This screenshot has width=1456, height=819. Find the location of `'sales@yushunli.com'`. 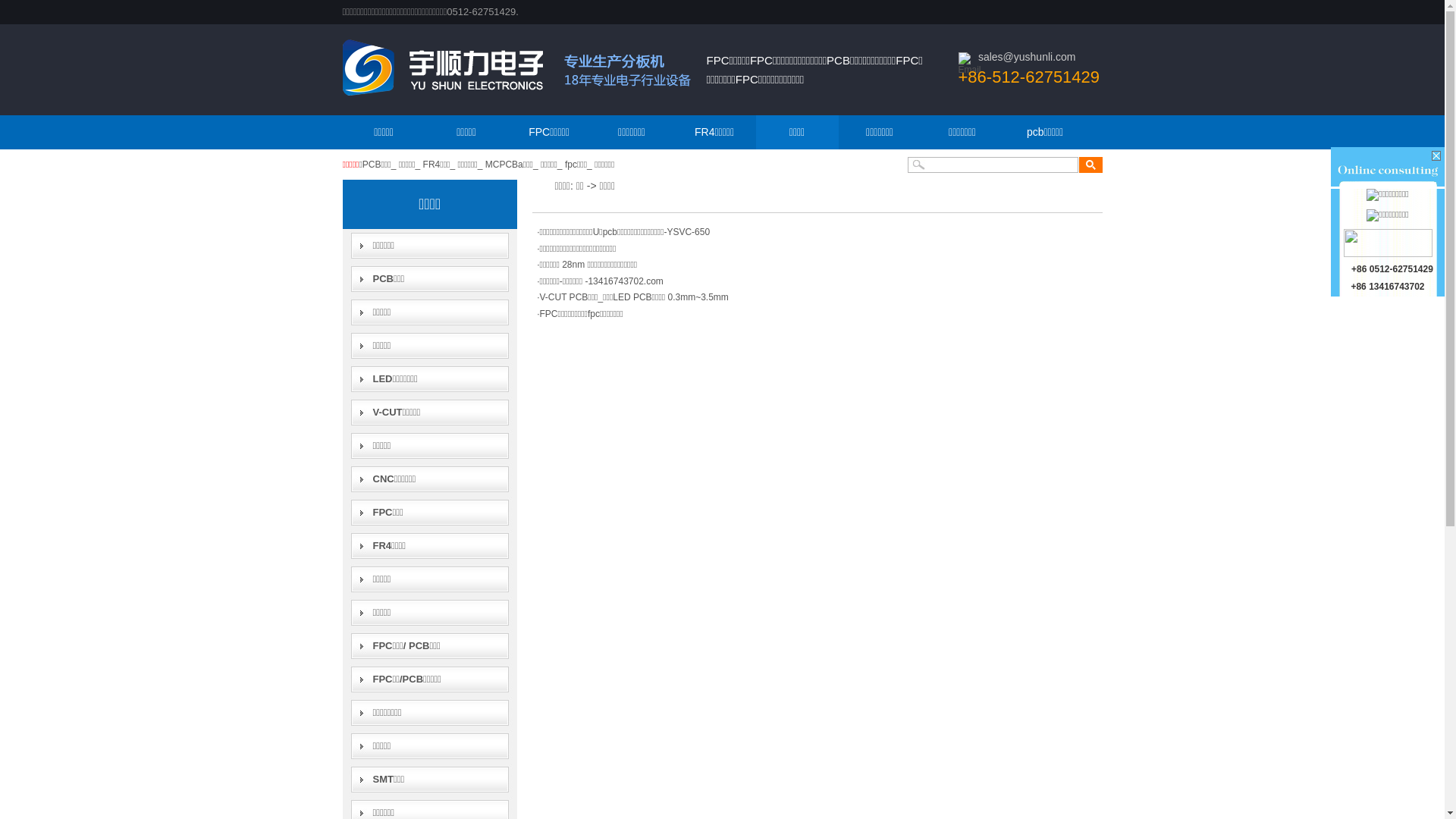

'sales@yushunli.com' is located at coordinates (1027, 55).